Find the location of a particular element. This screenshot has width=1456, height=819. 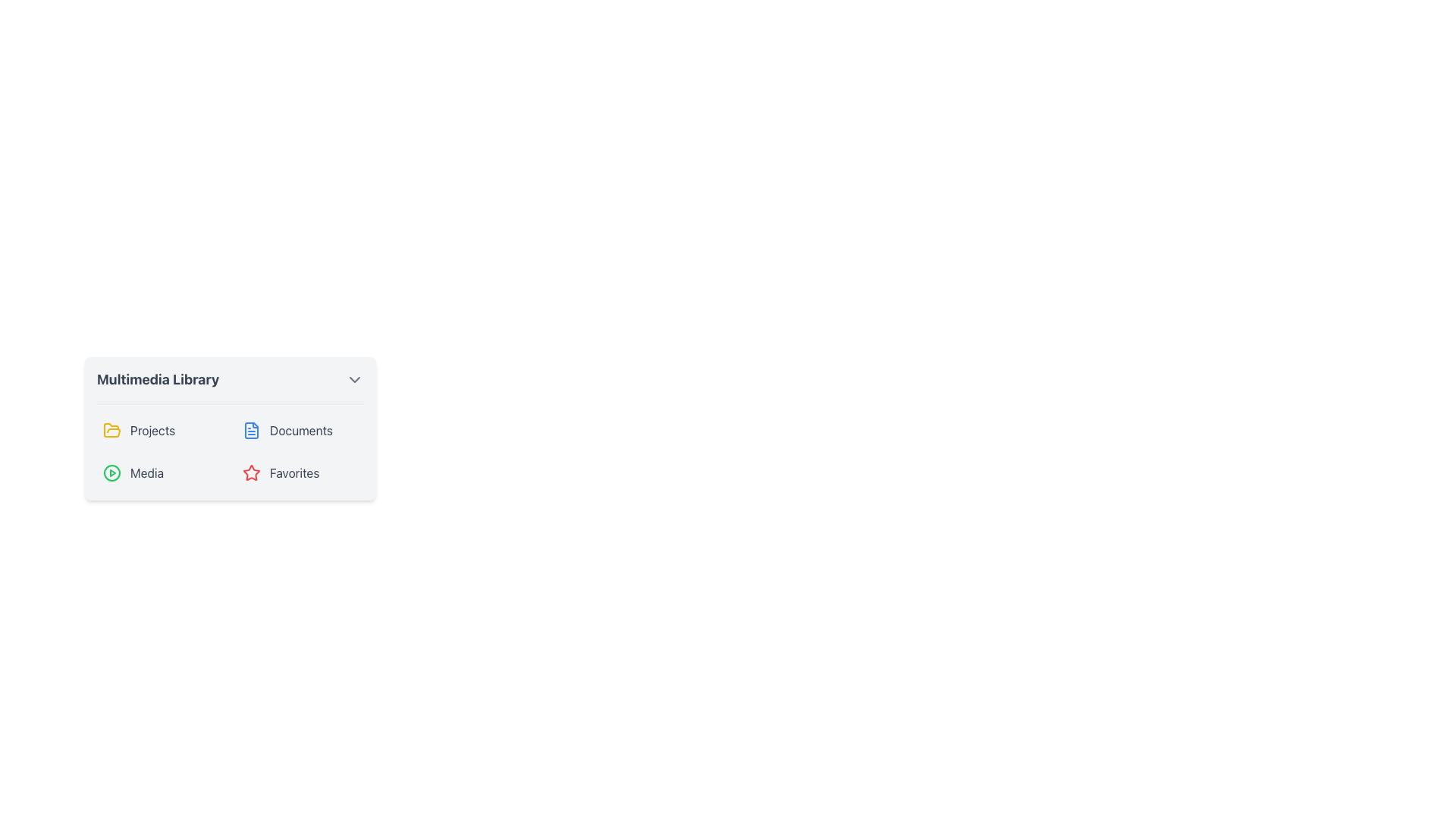

the 'Favorites' text label in the 'Multimedia Library' panel, which is the last item in the list and positioned to the right of the red star icon is located at coordinates (294, 472).